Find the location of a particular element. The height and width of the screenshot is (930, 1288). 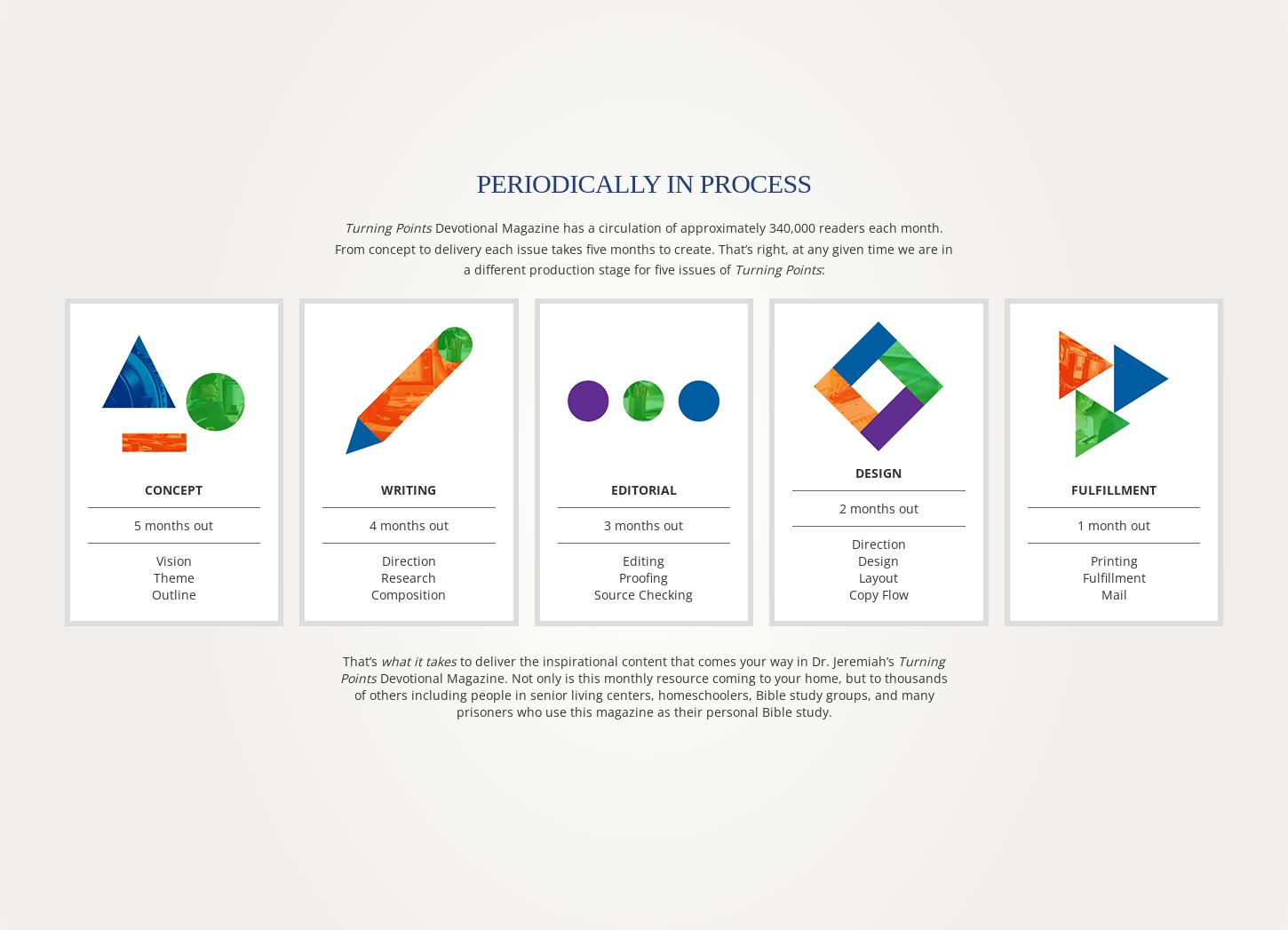

'to deliver the inspirational content that comes your way in Dr. Jeremiah’s' is located at coordinates (677, 661).